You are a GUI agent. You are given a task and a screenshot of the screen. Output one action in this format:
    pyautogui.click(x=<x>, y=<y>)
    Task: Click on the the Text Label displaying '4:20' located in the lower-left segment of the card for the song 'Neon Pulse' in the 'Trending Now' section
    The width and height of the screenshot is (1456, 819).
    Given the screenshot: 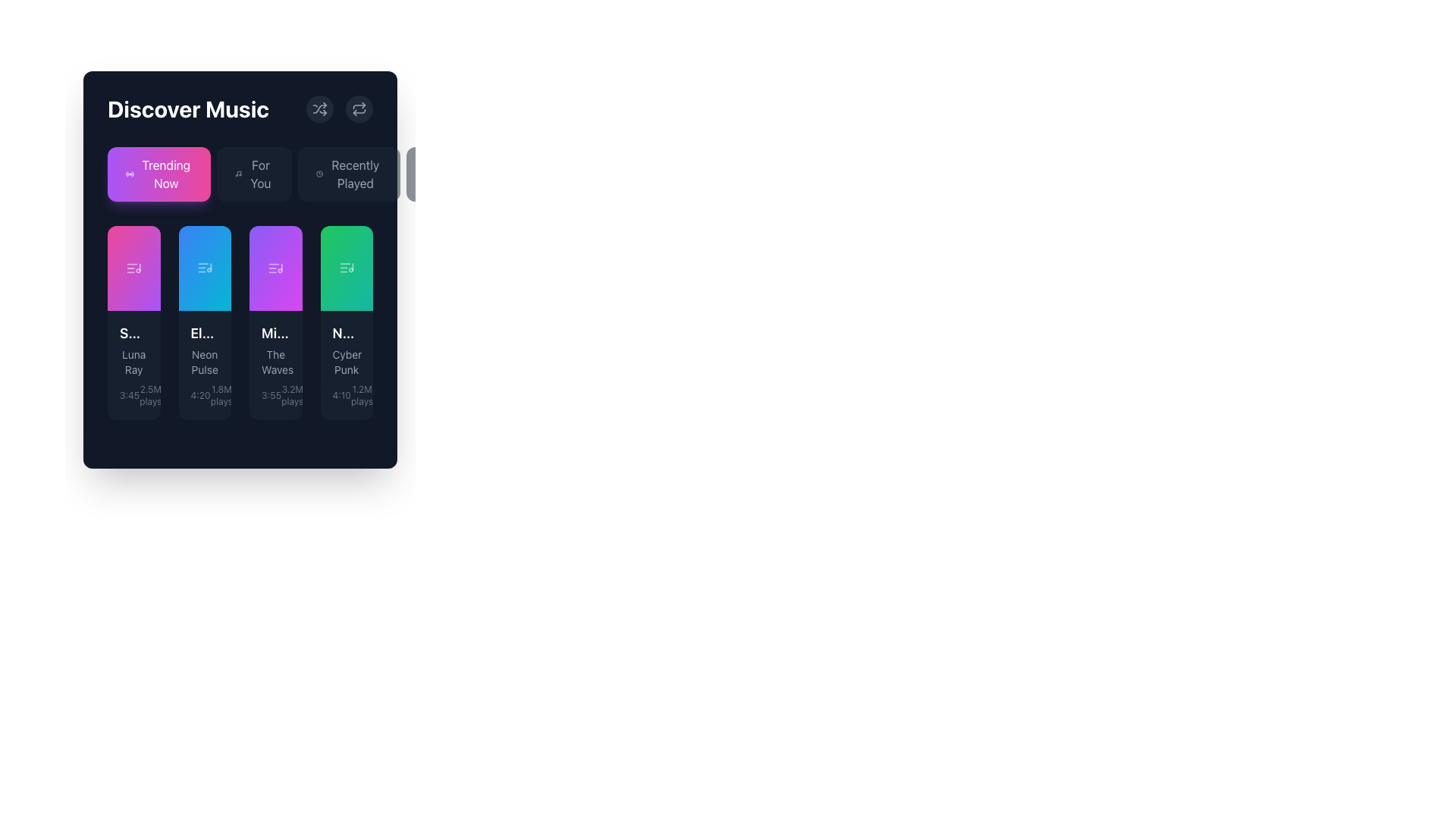 What is the action you would take?
    pyautogui.click(x=199, y=394)
    